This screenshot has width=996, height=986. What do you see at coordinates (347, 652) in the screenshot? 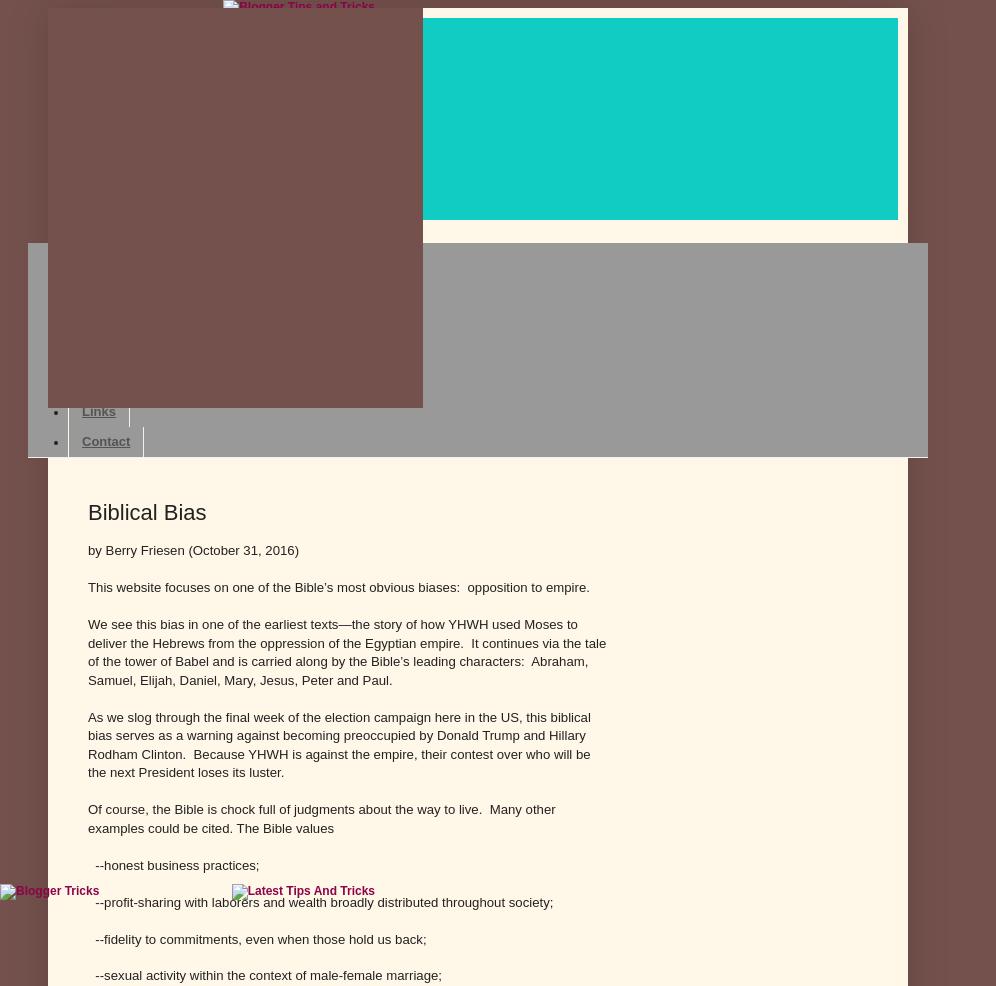
I see `'We see this bias in one of the earliest texts—the story of how YHWH used Moses to deliver the Hebrews from the oppression of the Egyptian empire.  It continues via the tale of the tower of Babel and is carried along by the Bible’s leading characters:  Abraham, Samuel, Elijah, Daniel, Mary, Jesus, Peter and Paul.'` at bounding box center [347, 652].